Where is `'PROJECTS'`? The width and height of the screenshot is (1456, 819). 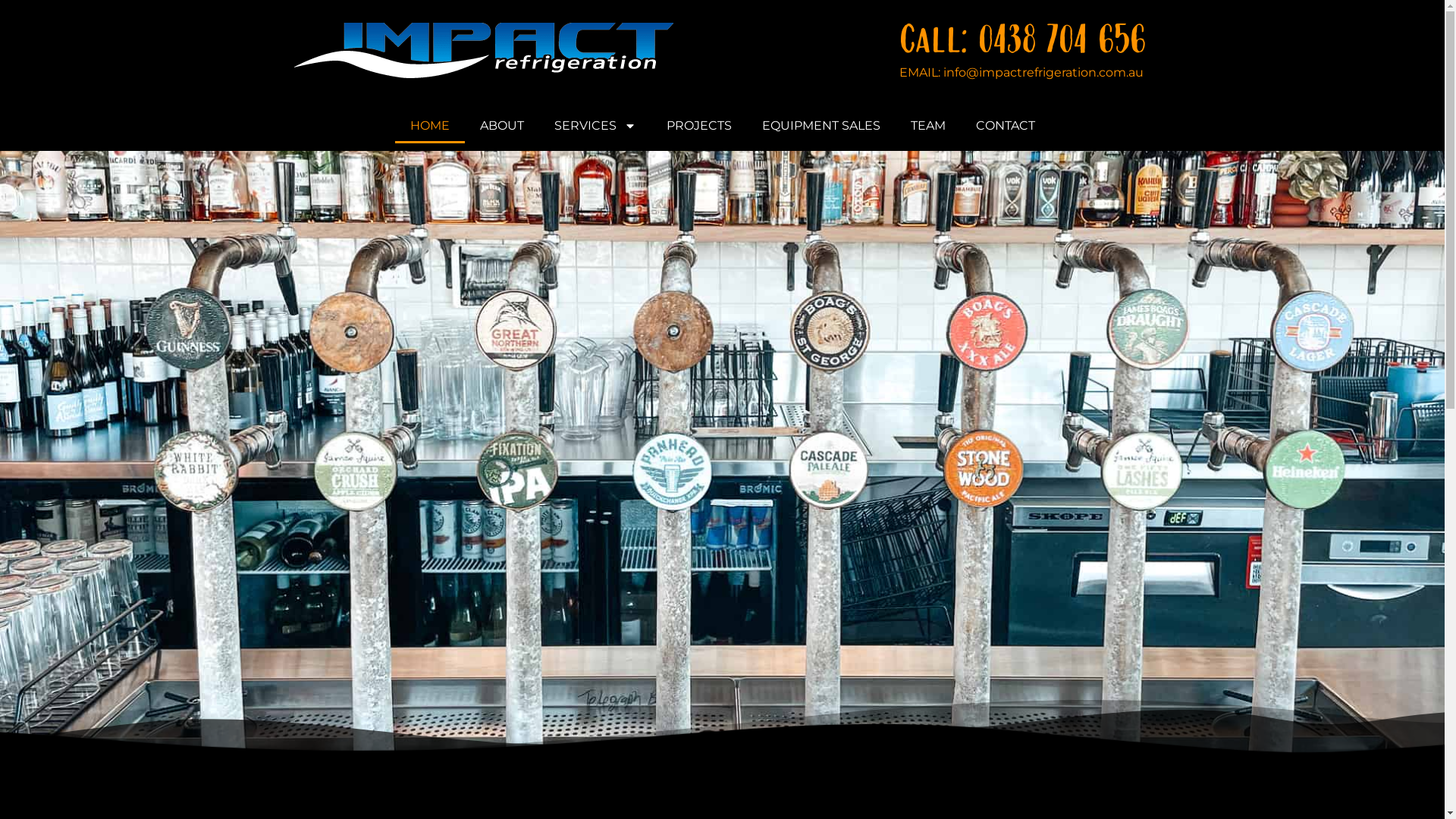
'PROJECTS' is located at coordinates (698, 124).